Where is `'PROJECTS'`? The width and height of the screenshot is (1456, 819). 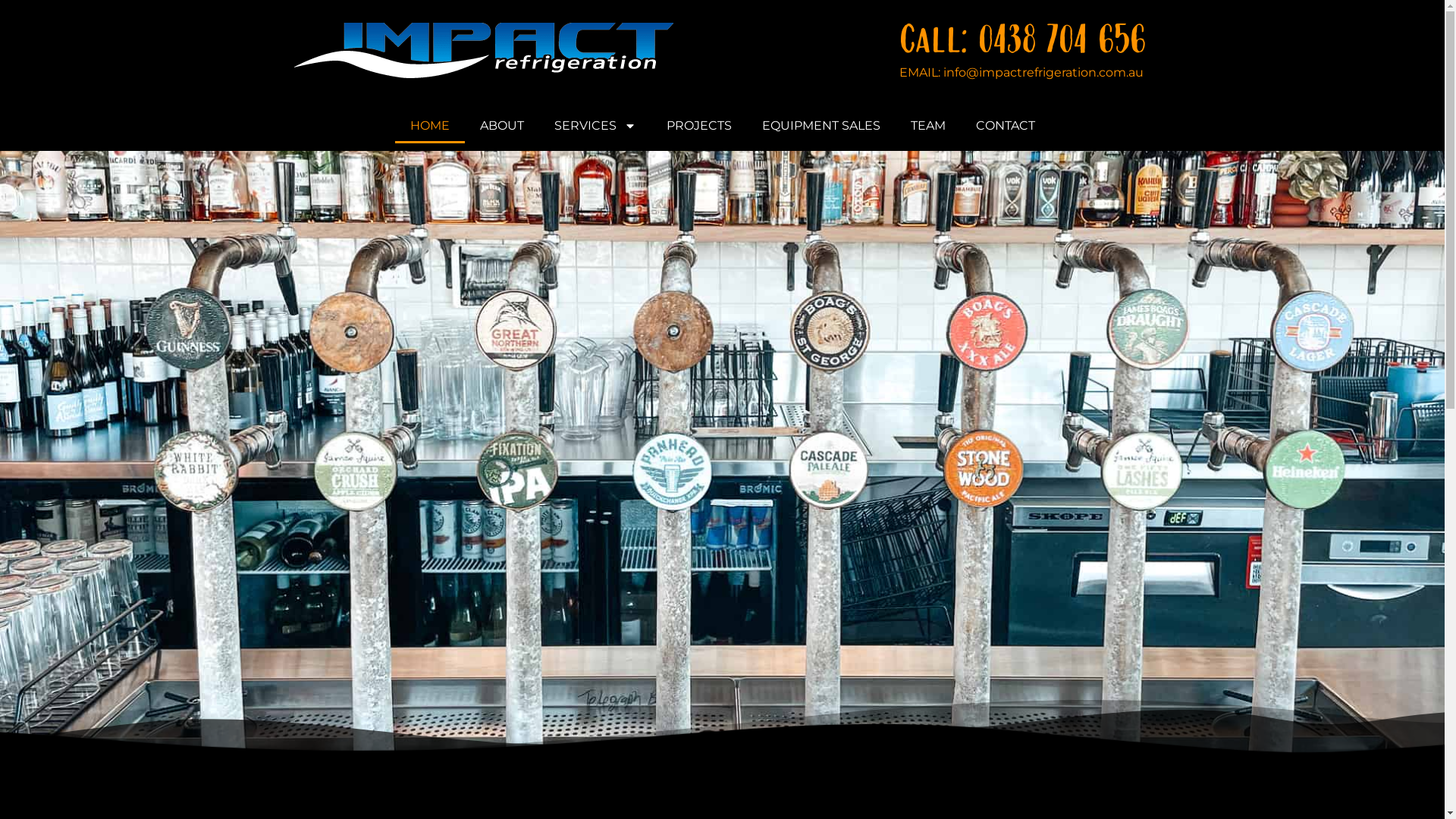
'PROJECTS' is located at coordinates (698, 124).